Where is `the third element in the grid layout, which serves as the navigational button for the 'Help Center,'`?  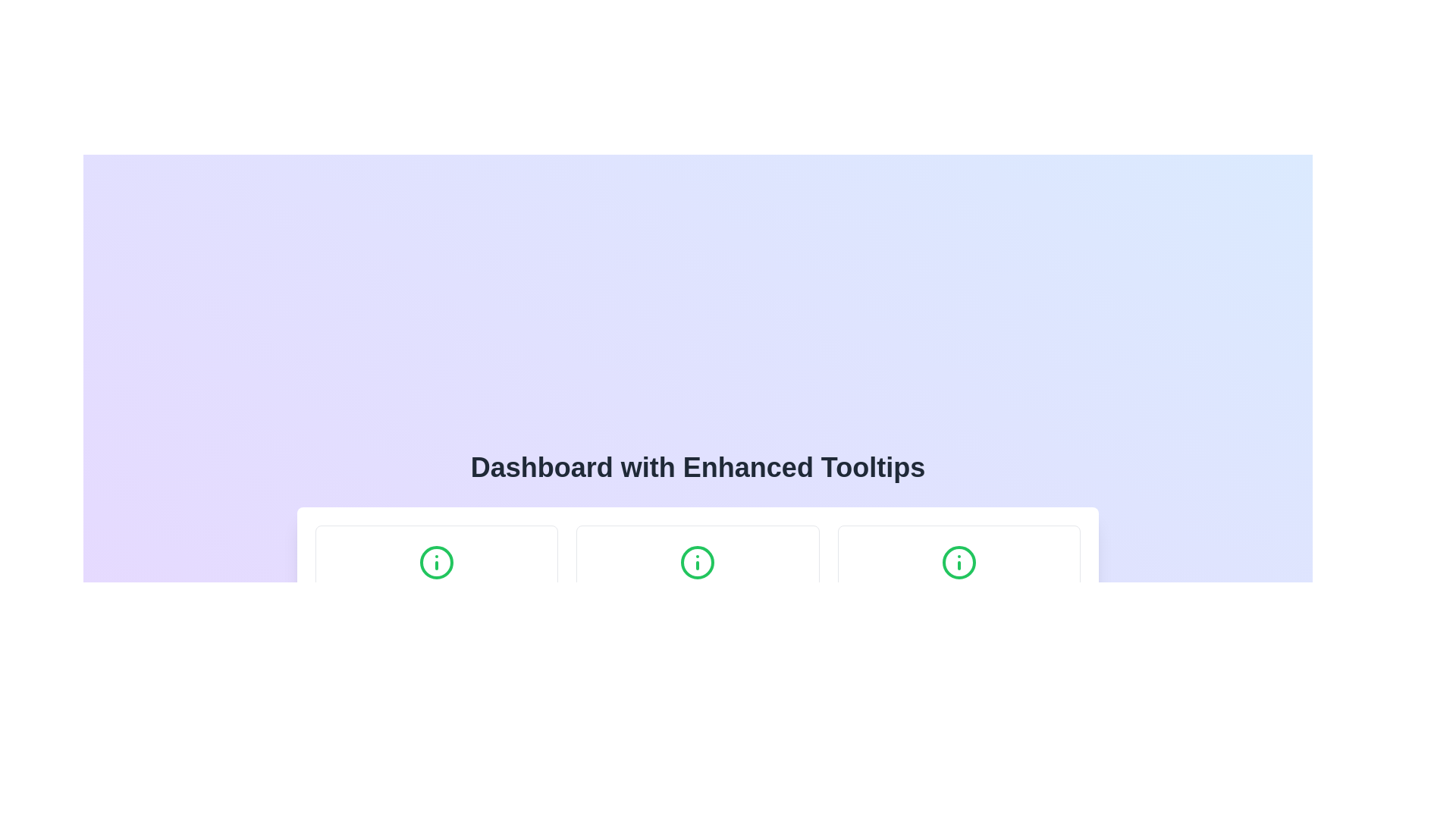 the third element in the grid layout, which serves as the navigational button for the 'Help Center,' is located at coordinates (958, 590).